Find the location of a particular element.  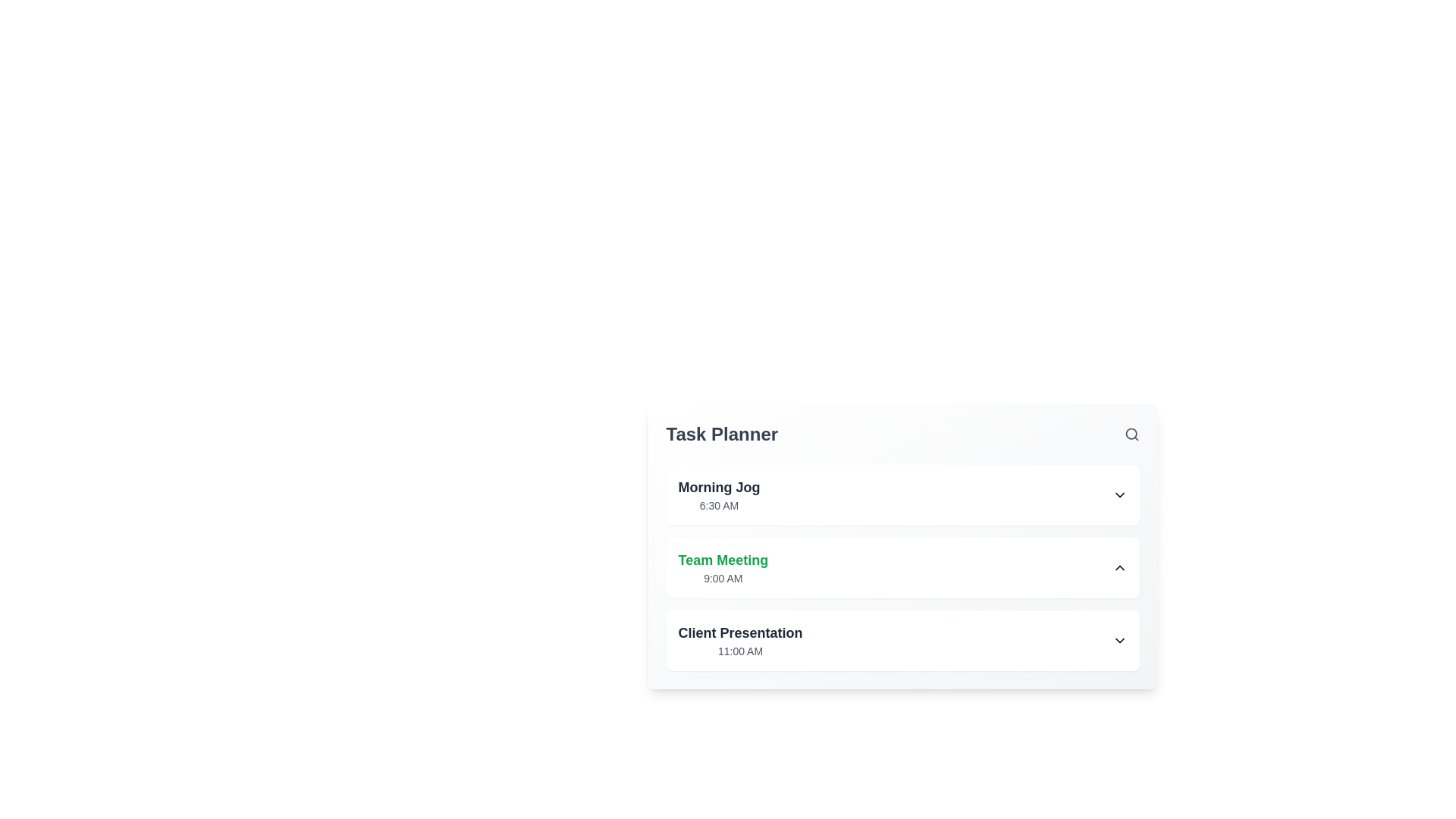

the 'Team Meeting' task box, which has a white background and contains an upward arrow icon is located at coordinates (902, 547).